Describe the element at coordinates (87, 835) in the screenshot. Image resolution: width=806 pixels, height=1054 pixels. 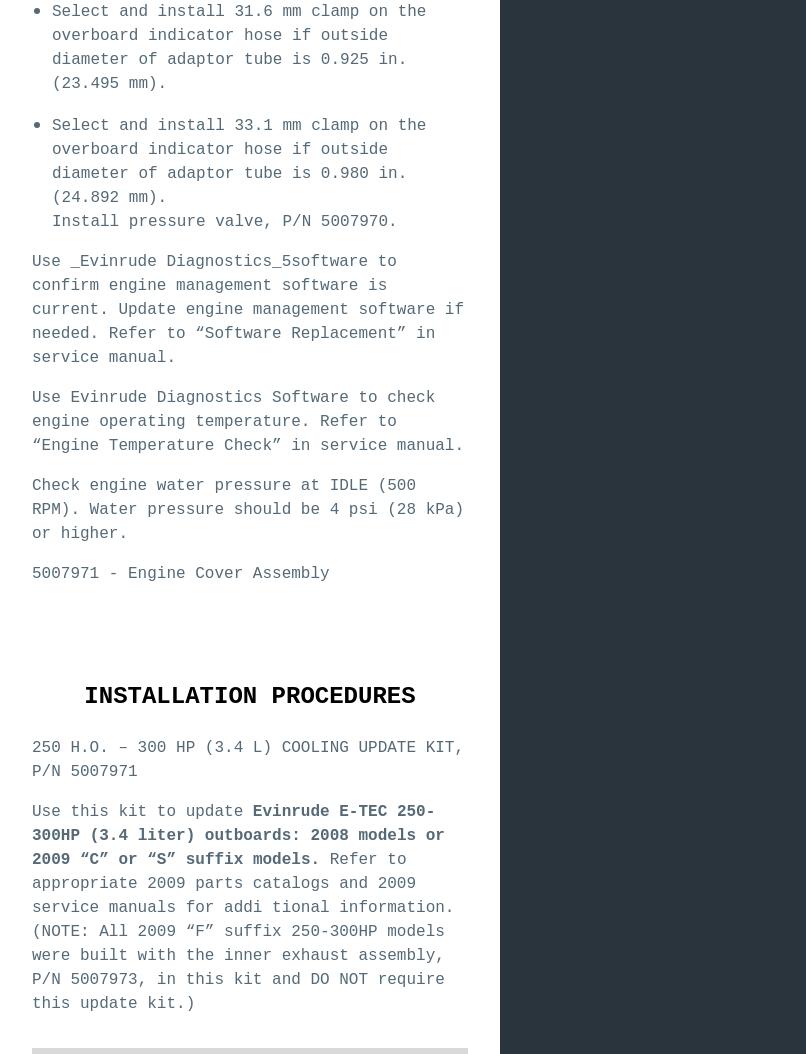
I see `'(3.4'` at that location.